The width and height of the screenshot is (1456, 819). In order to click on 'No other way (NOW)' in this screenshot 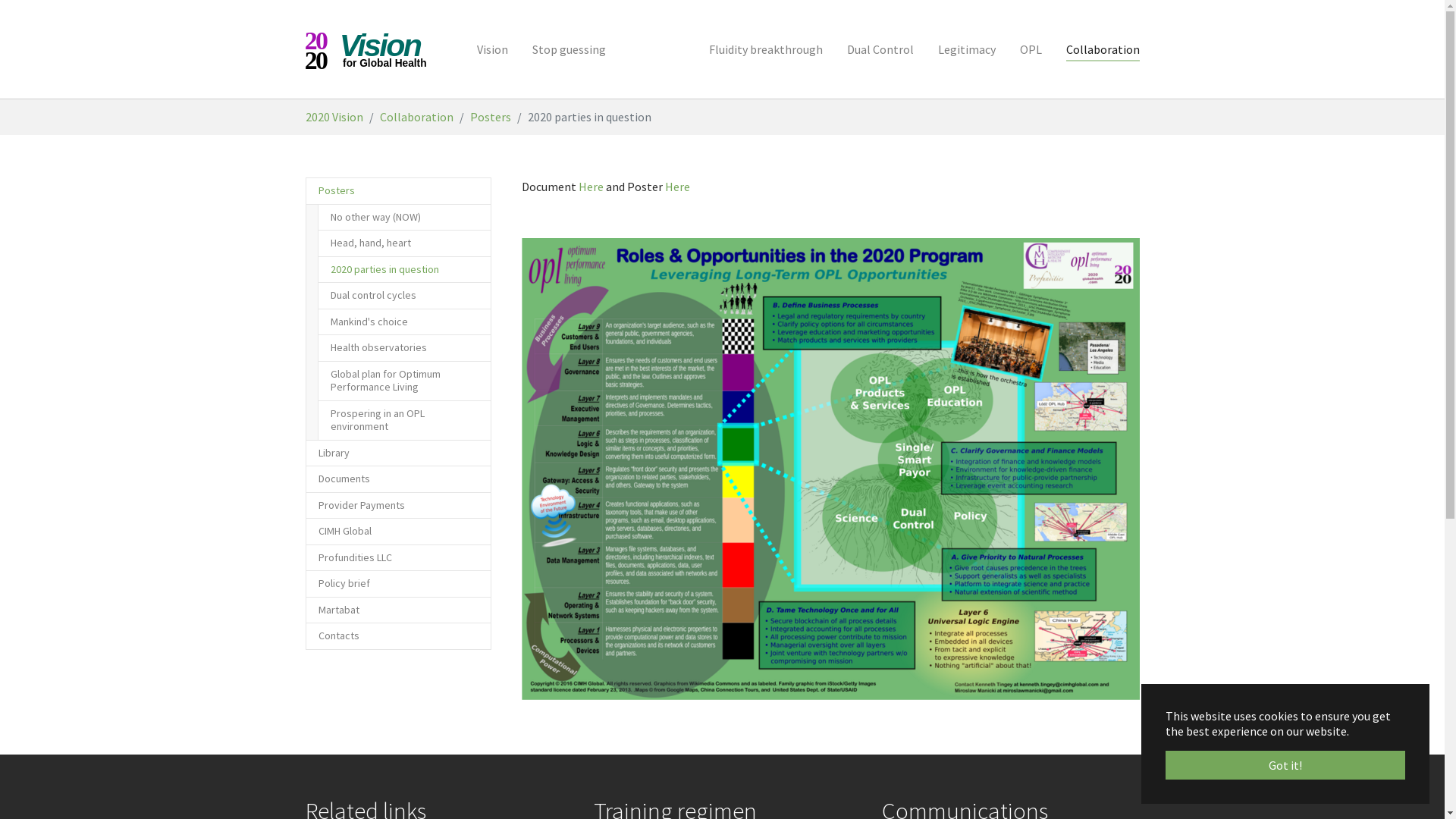, I will do `click(403, 216)`.